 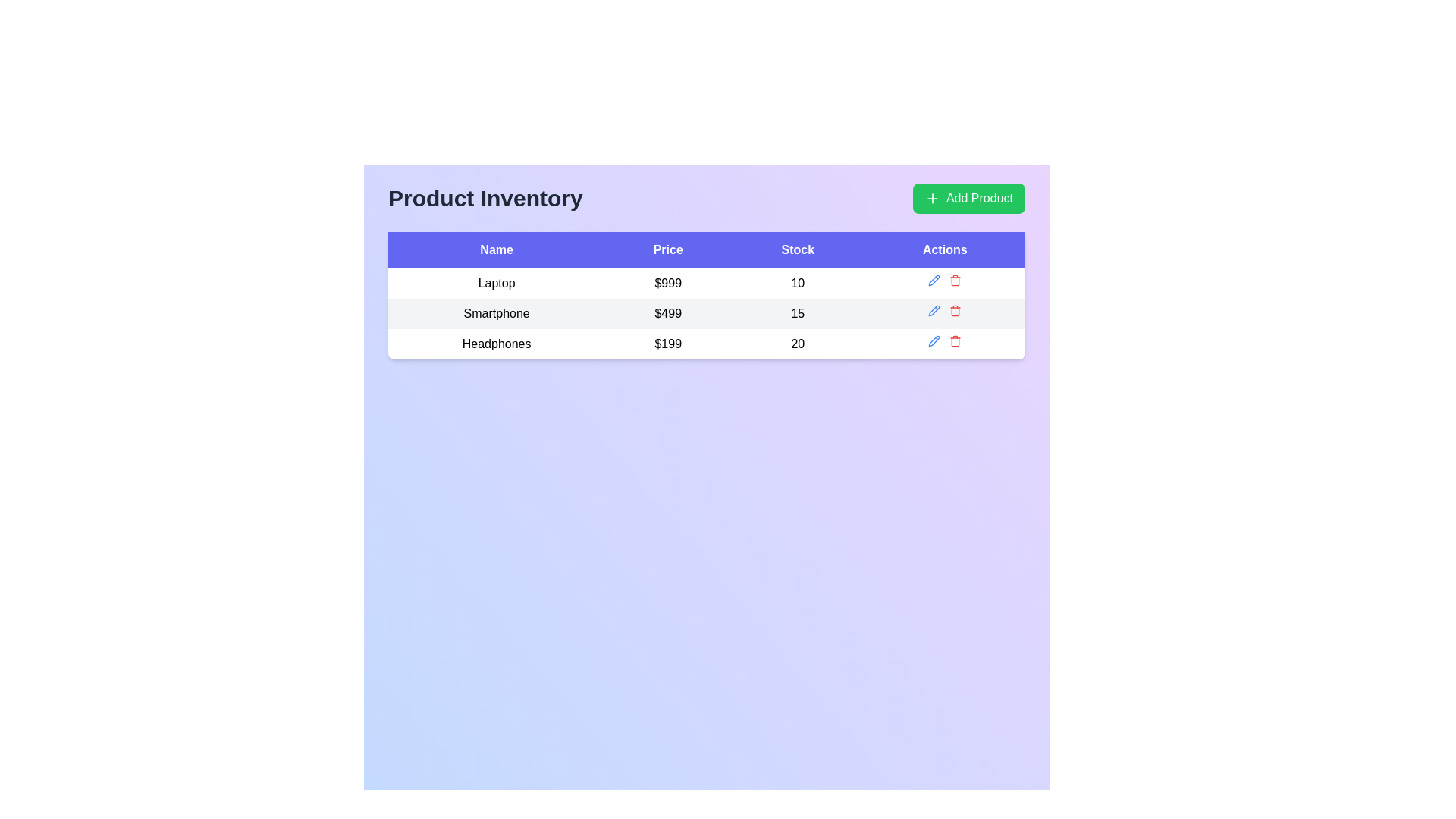 I want to click on the red trash can icon in the 'Actions' column of the last row, so click(x=955, y=341).